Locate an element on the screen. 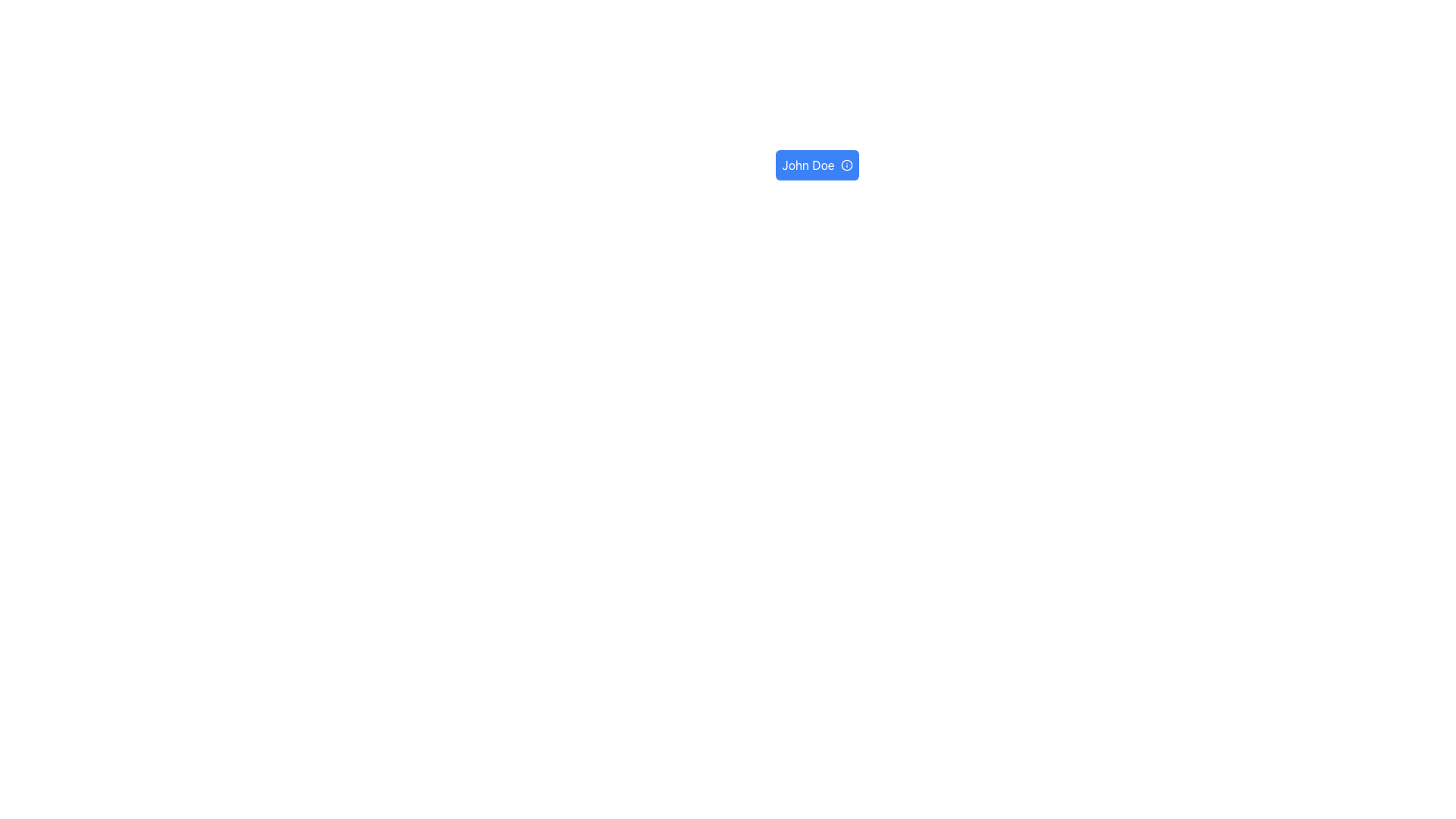  the circular graphical element that is part of an icon, located to the right of the blue tag labeled 'John Doe' is located at coordinates (846, 165).